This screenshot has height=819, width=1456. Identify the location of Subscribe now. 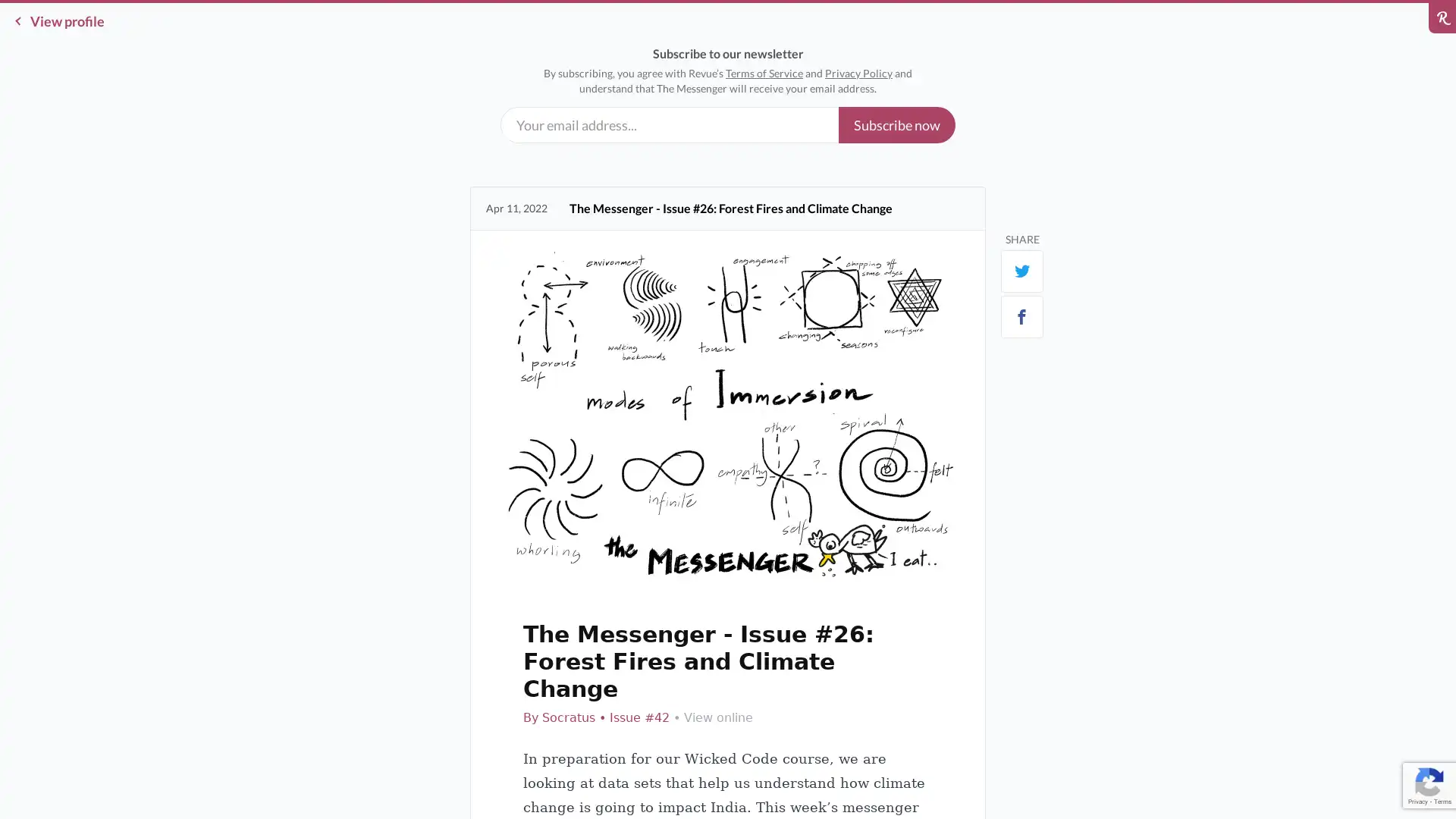
(896, 124).